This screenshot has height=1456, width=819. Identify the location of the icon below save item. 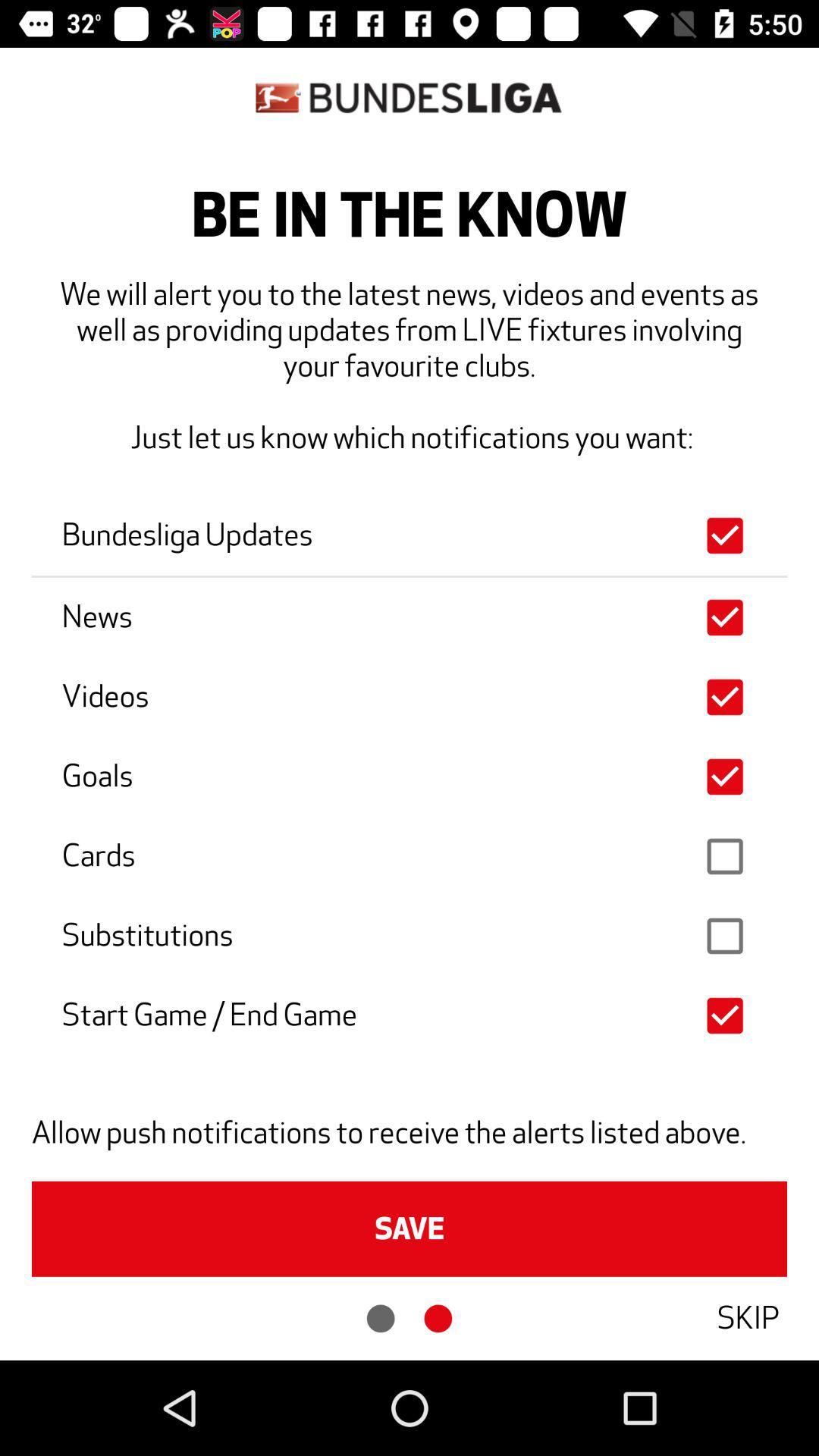
(747, 1317).